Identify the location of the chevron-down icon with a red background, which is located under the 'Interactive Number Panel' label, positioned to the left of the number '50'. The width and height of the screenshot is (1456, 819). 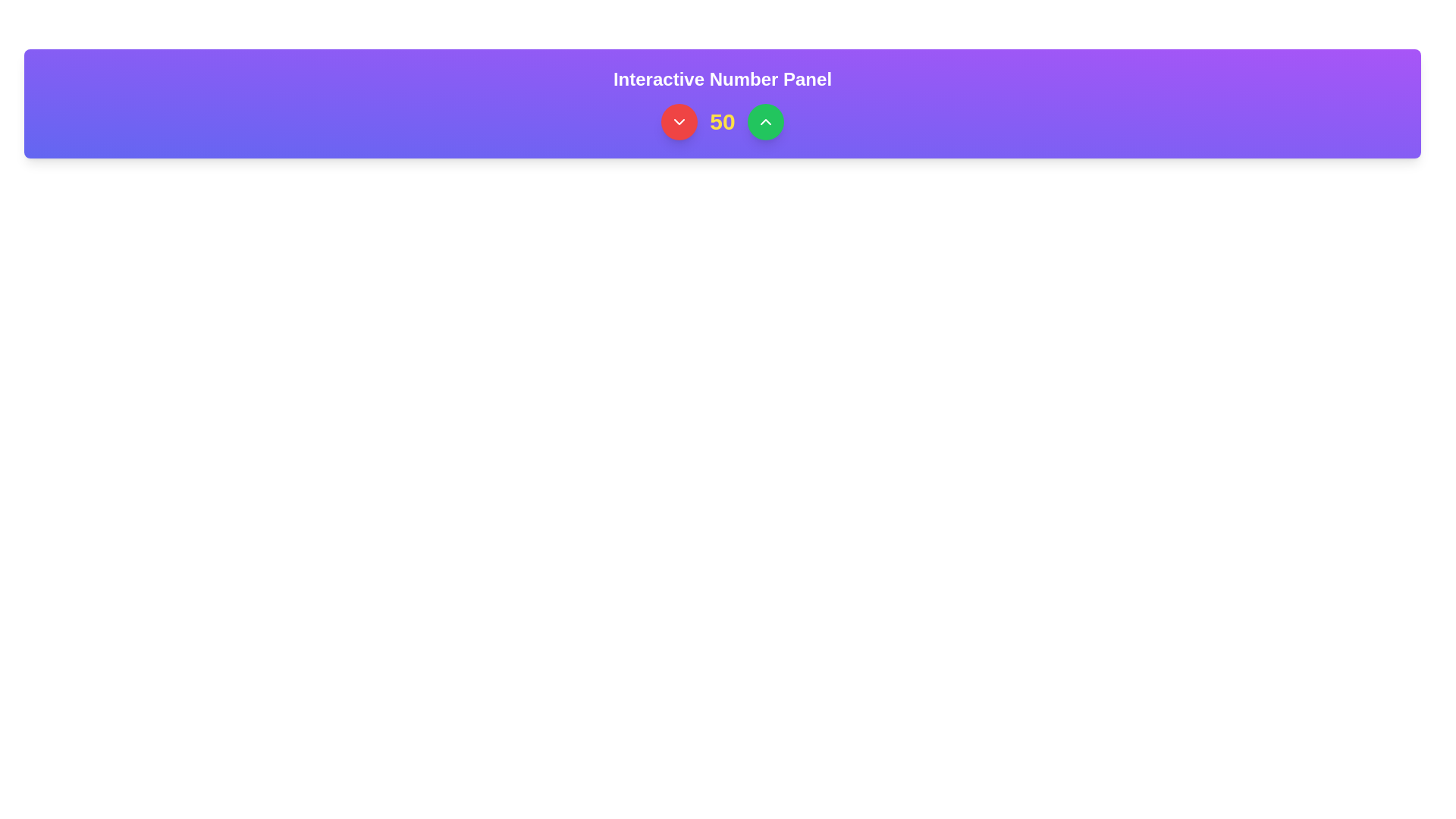
(679, 121).